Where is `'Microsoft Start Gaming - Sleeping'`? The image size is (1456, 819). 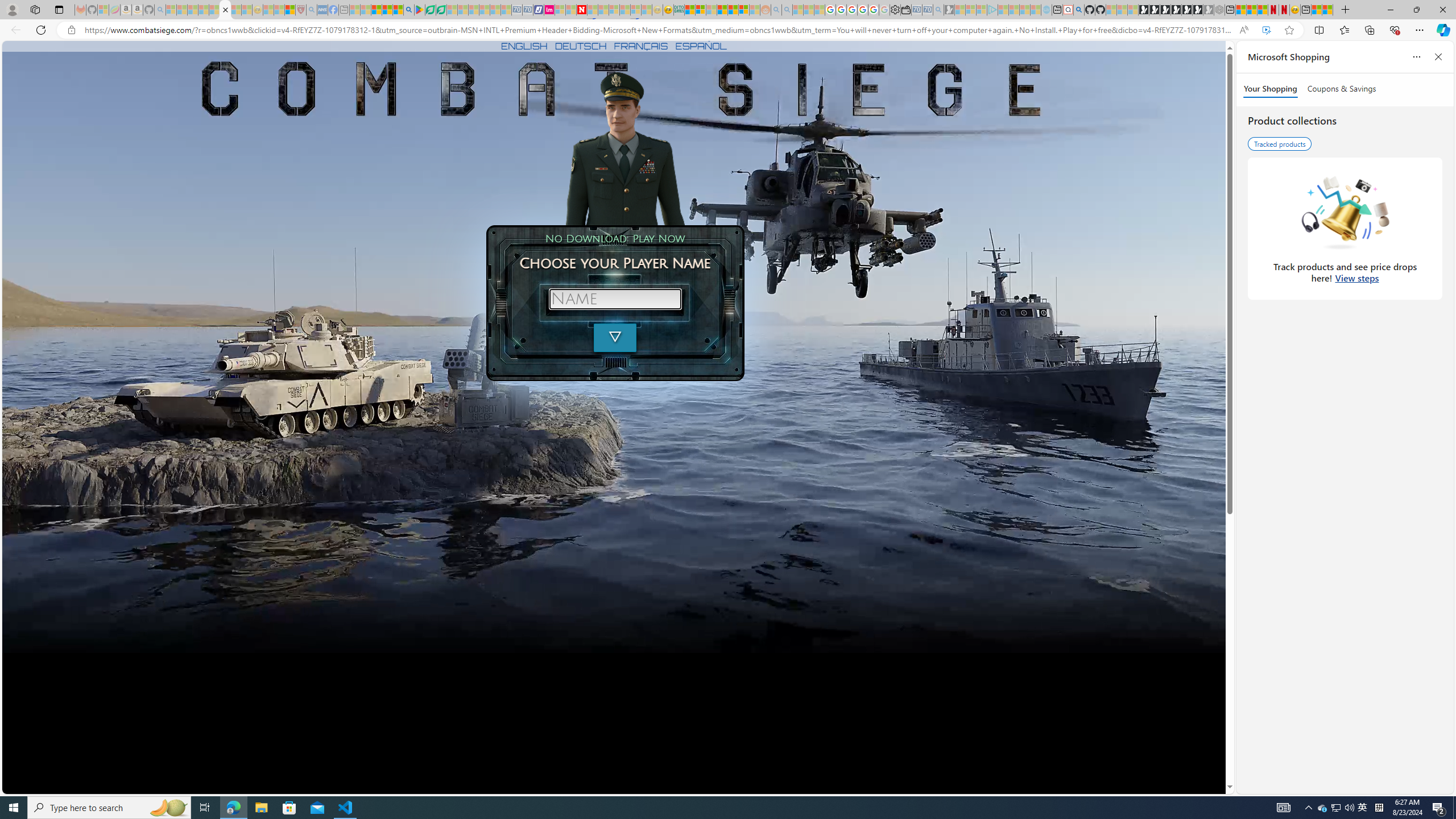
'Microsoft Start Gaming - Sleeping' is located at coordinates (949, 9).